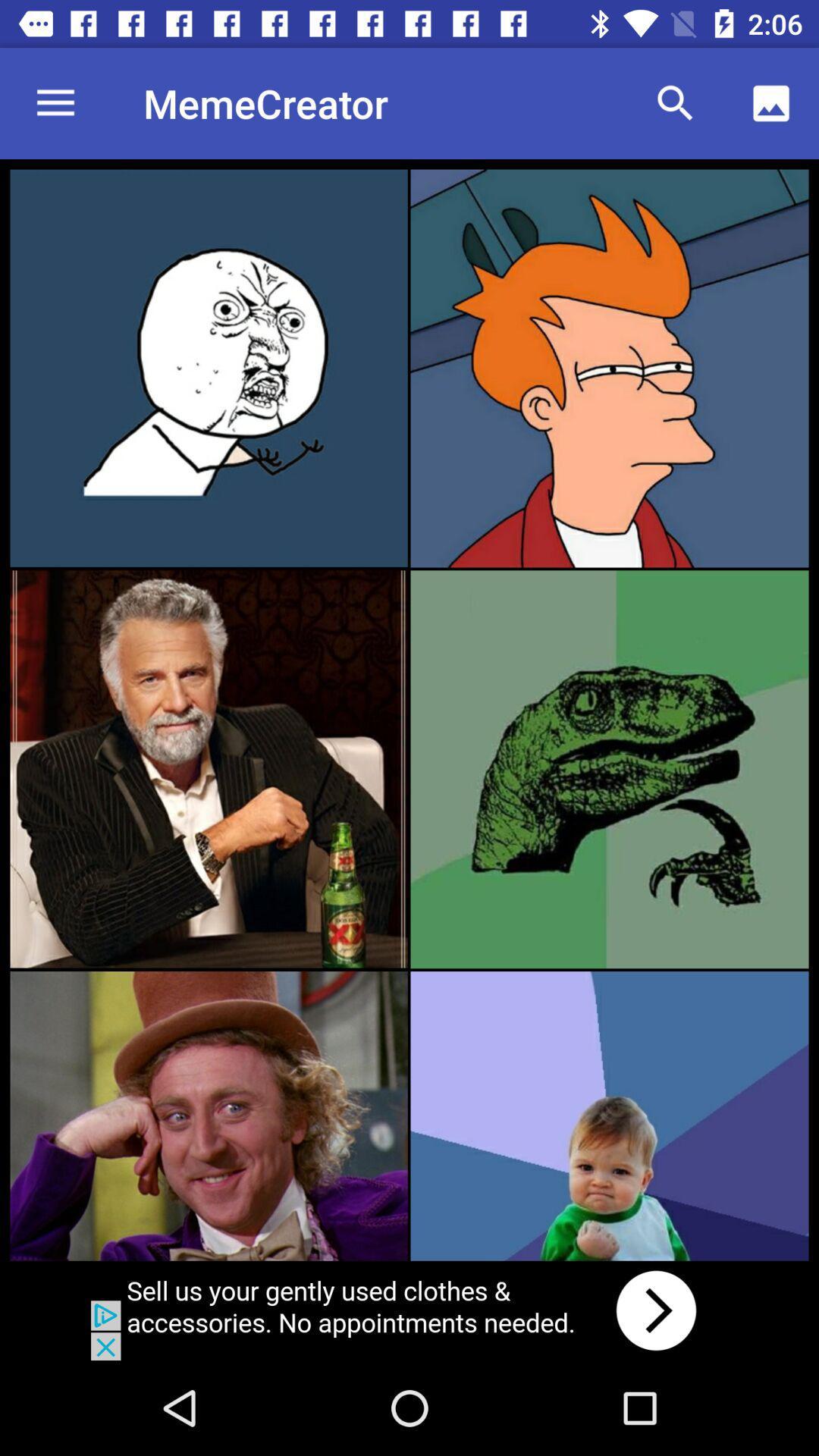 The width and height of the screenshot is (819, 1456). What do you see at coordinates (608, 368) in the screenshot?
I see `cartoon picture` at bounding box center [608, 368].